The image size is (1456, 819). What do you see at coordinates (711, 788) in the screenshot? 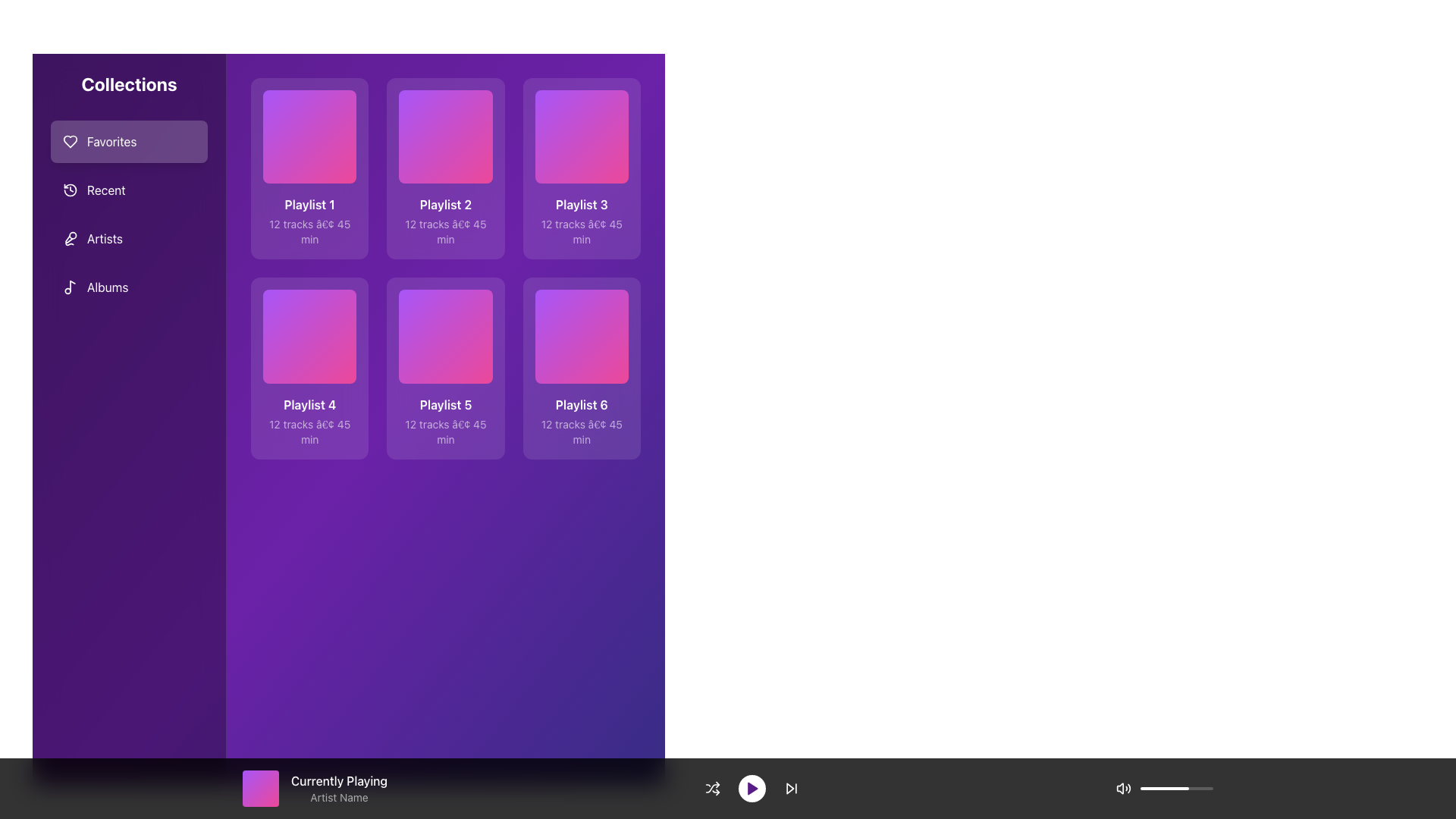
I see `the shuffle button represented by two crossing arrows, located in the bottom control bar` at bounding box center [711, 788].